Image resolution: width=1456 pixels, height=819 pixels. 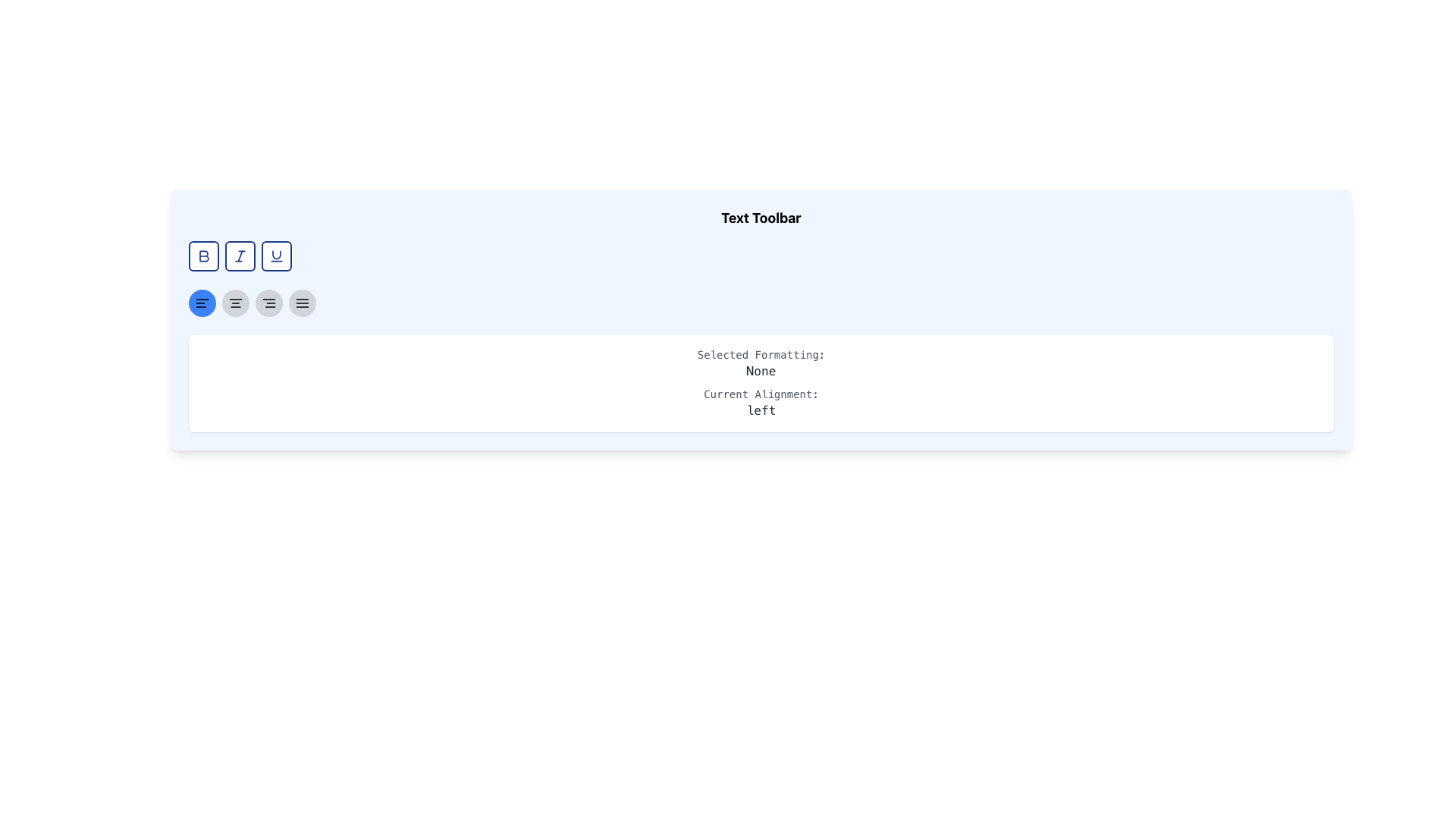 I want to click on the italic formatting button, which is a square button with a white background, blue borders, and an icon styled with thin strokes, located in the 'Text Toolbar' as the second button from the left, so click(x=239, y=256).